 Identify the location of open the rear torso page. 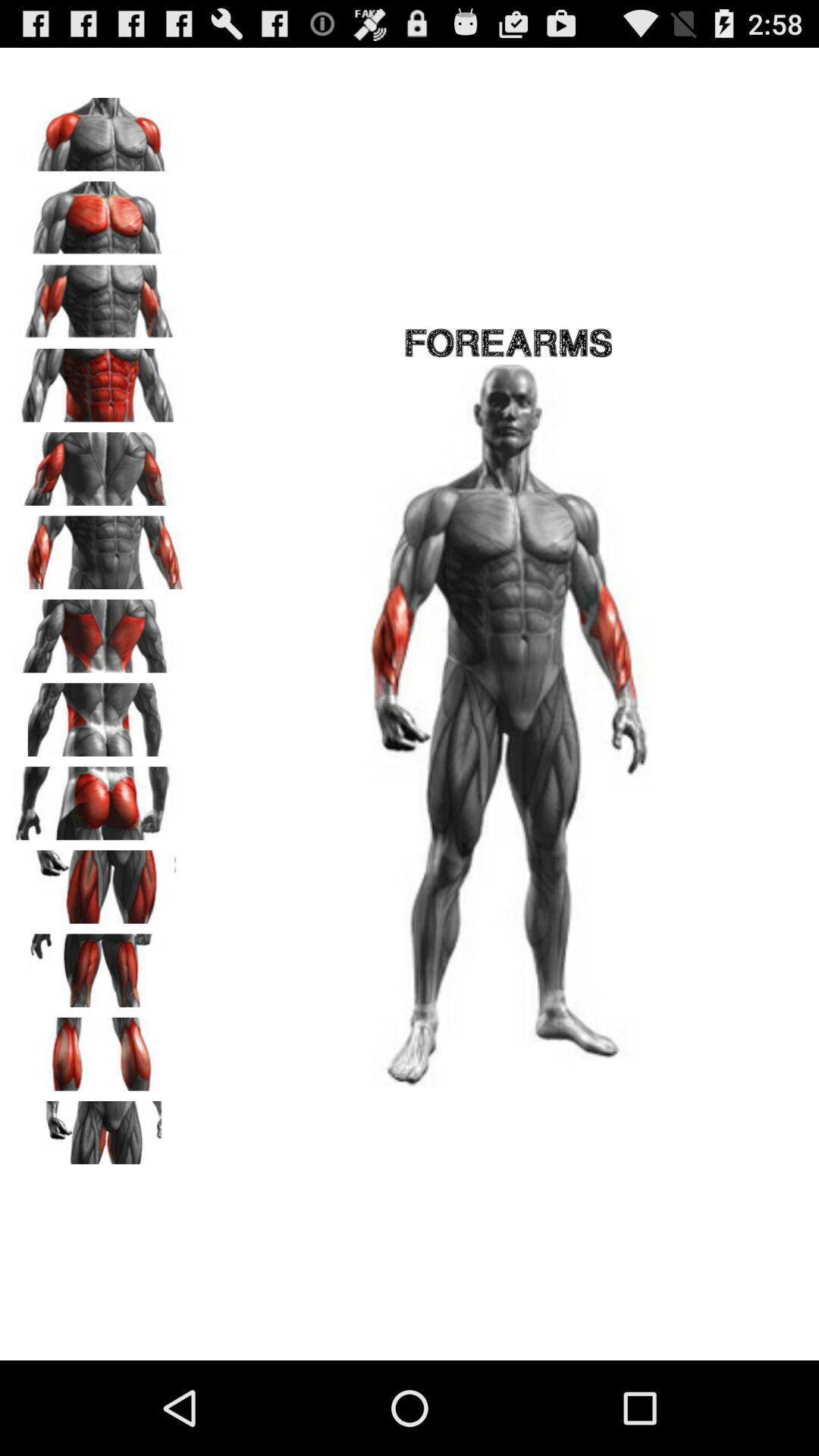
(99, 714).